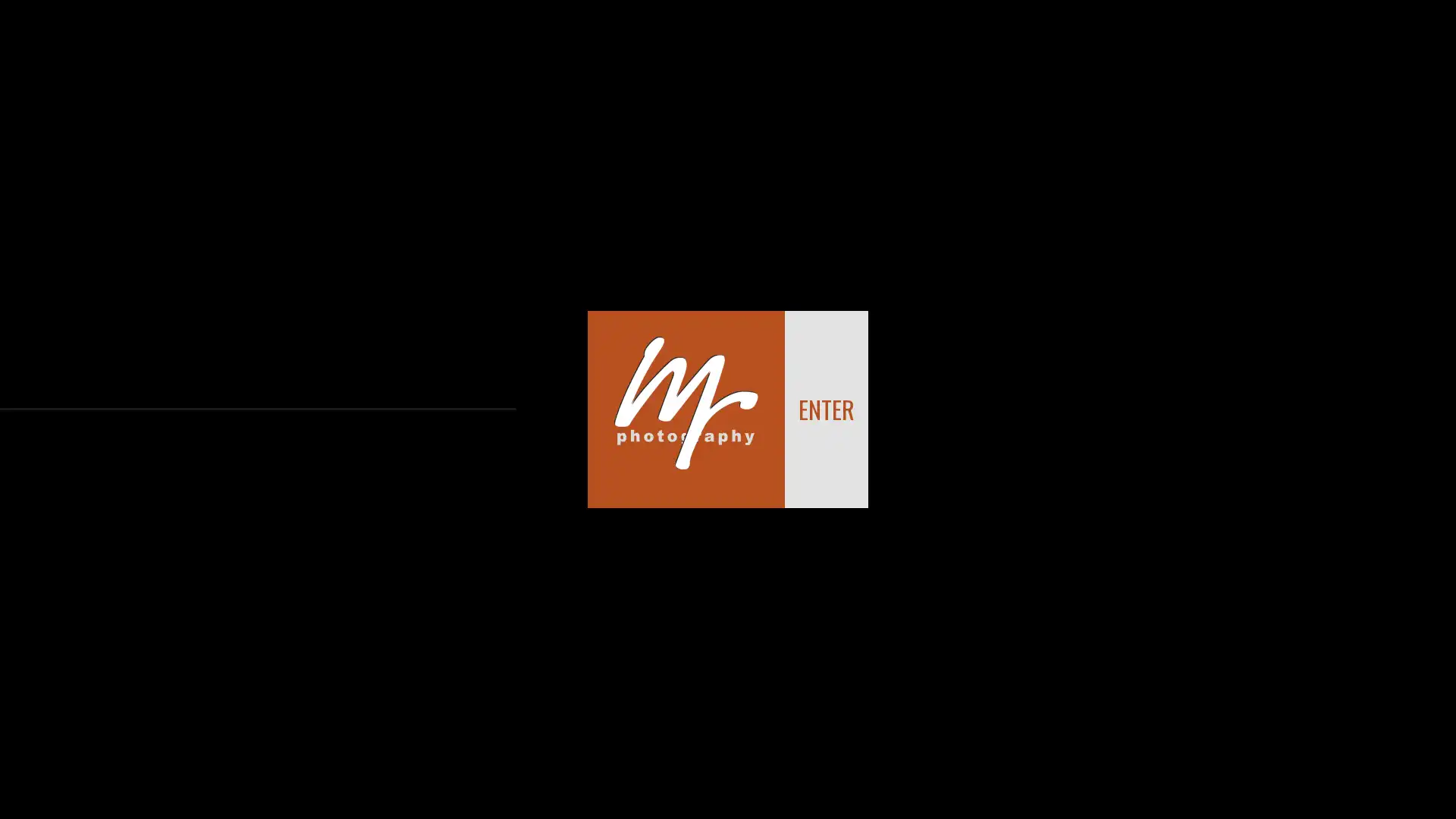  Describe the element at coordinates (539, 276) in the screenshot. I see `Send Message` at that location.